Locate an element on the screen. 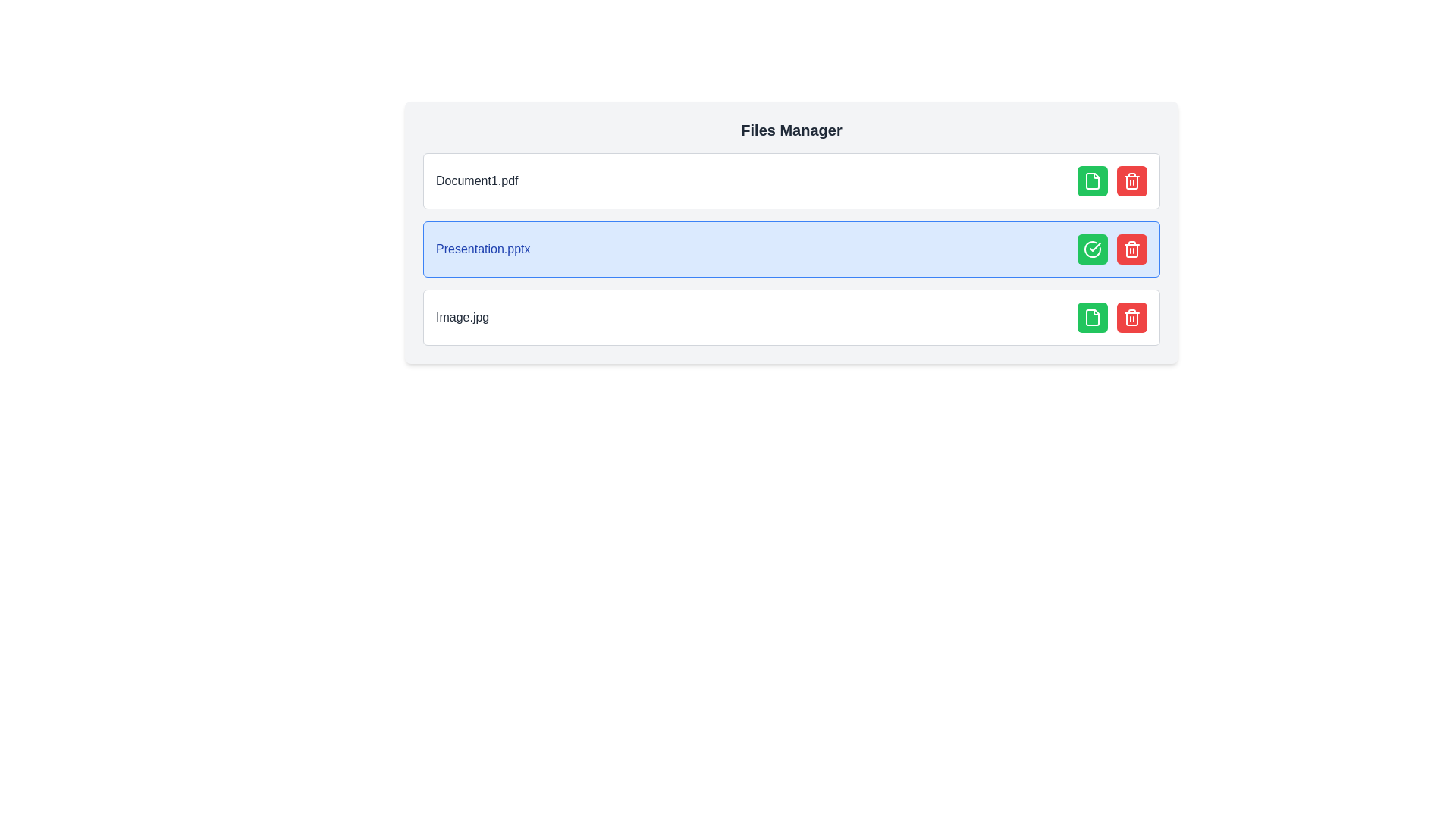 The image size is (1456, 819). the SVG icon representing a file associated with a list item, located to the left of its title in the file manager layout is located at coordinates (1092, 317).